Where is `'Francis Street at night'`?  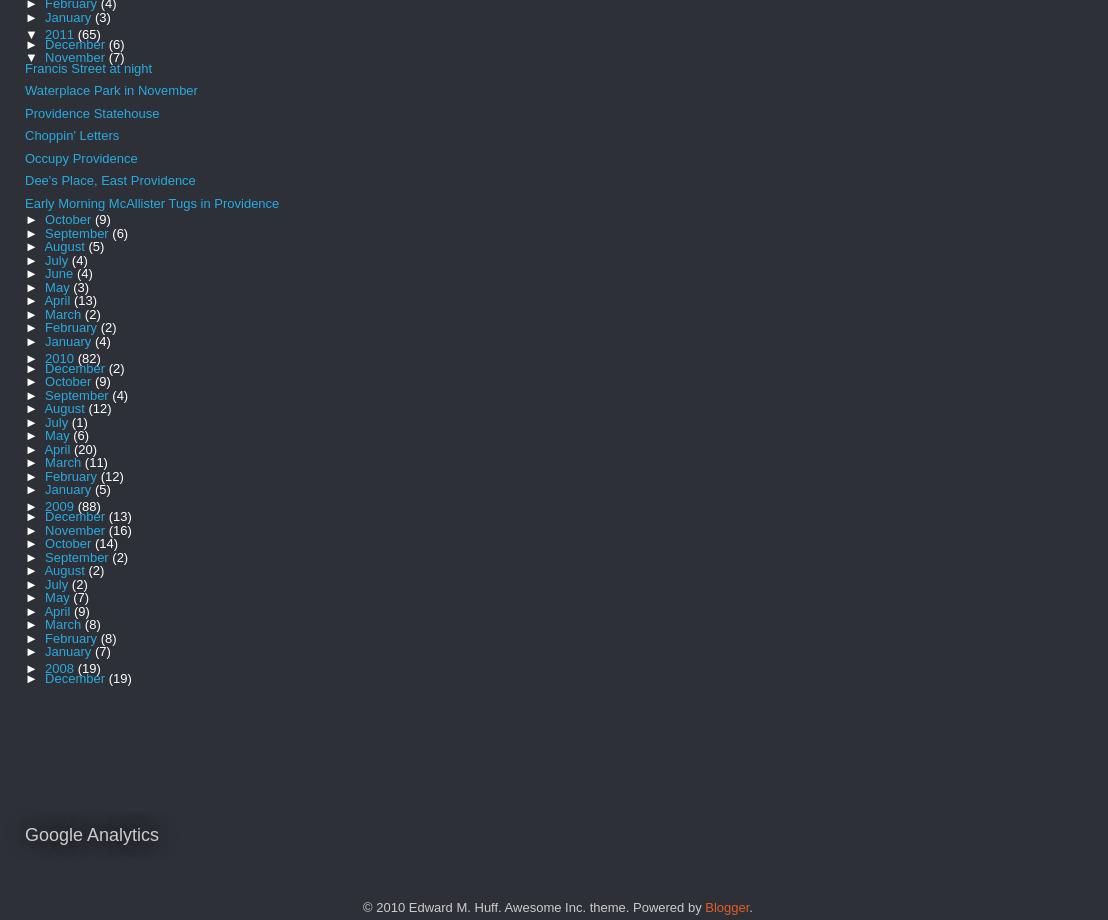
'Francis Street at night' is located at coordinates (87, 67).